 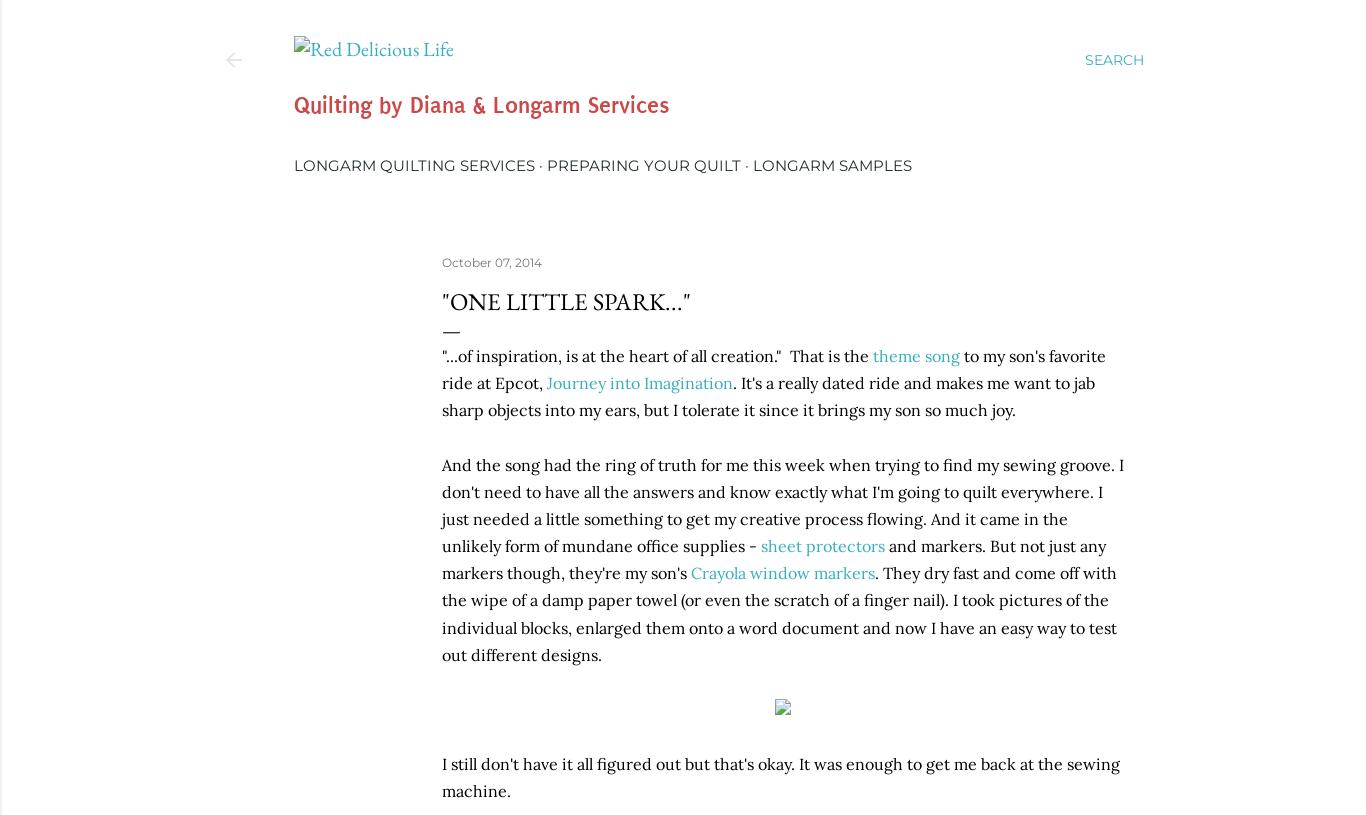 What do you see at coordinates (441, 299) in the screenshot?
I see `'"One Little Spark..."'` at bounding box center [441, 299].